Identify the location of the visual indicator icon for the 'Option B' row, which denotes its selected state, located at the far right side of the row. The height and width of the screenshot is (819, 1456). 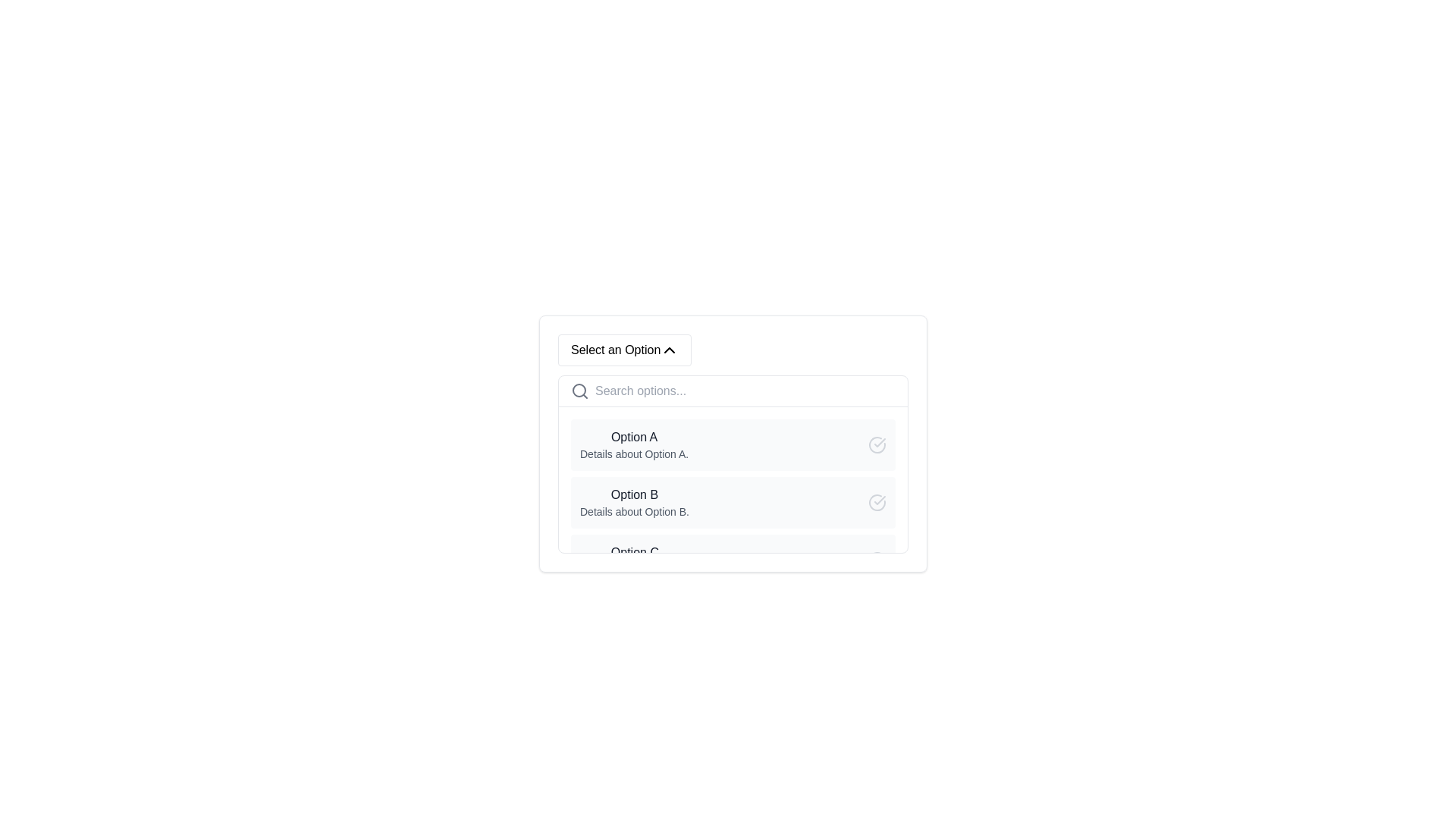
(877, 503).